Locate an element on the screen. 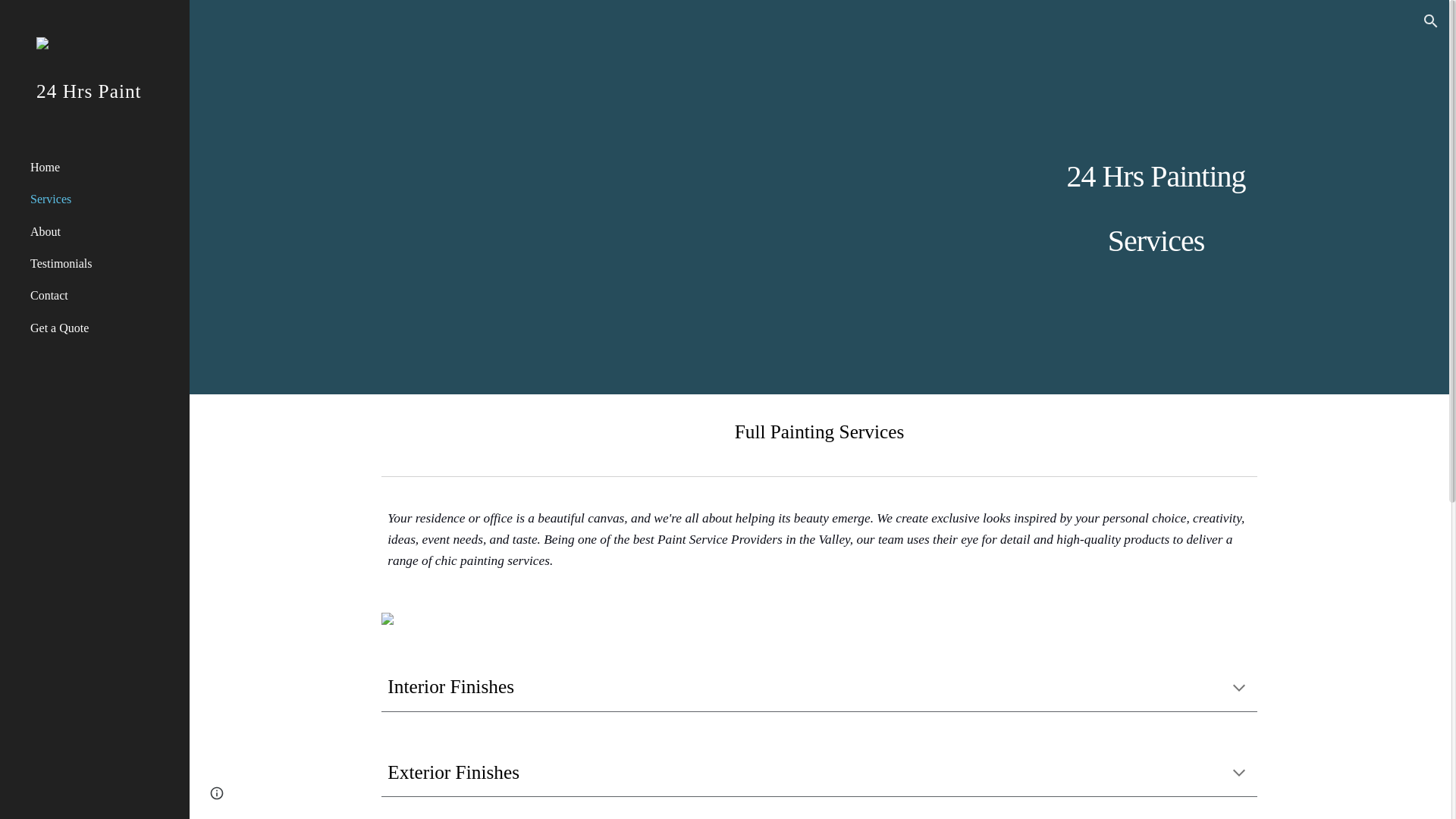 The width and height of the screenshot is (1456, 819). 'Get a Quote' is located at coordinates (103, 327).